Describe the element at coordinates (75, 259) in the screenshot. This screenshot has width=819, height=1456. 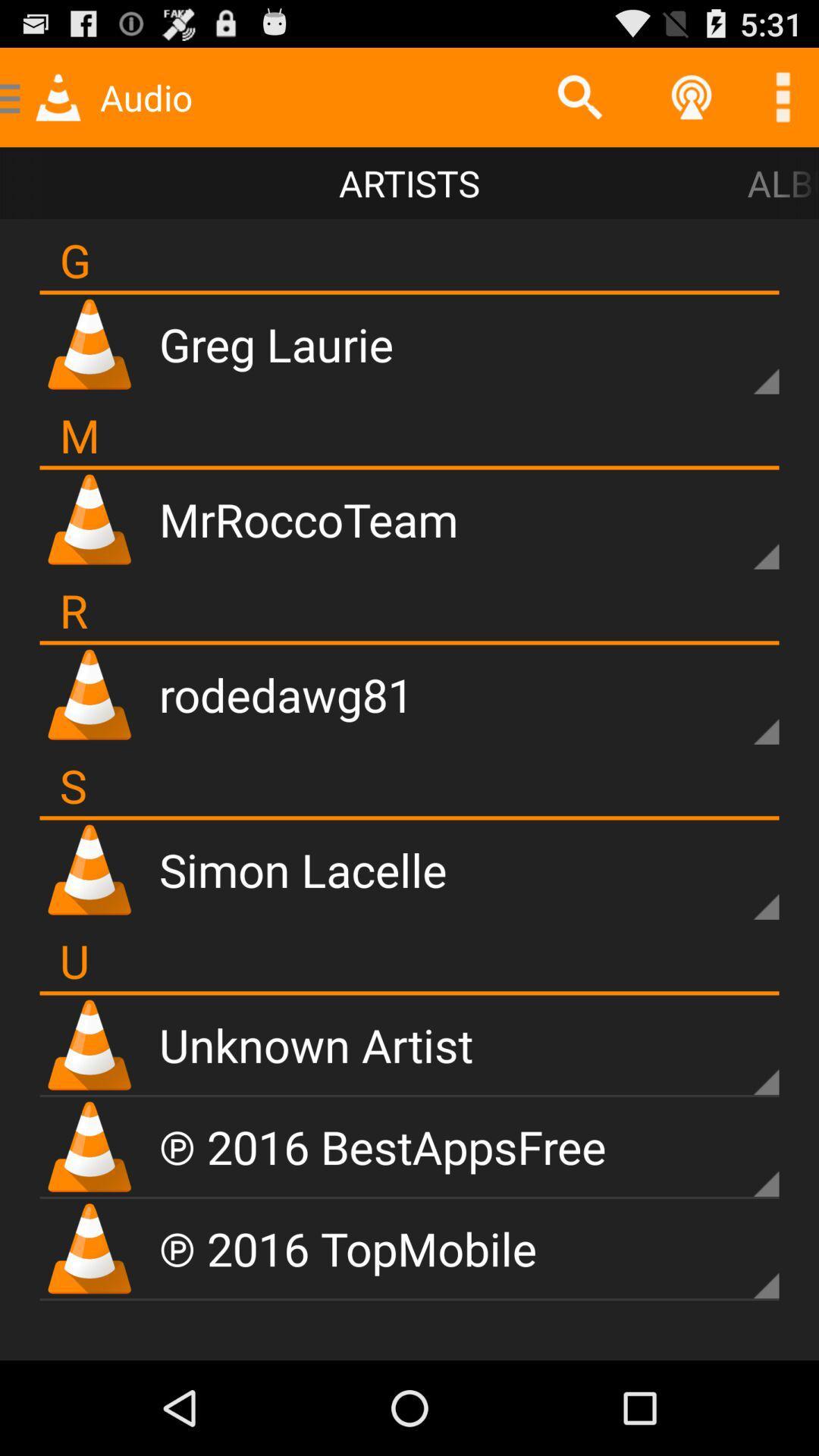
I see `the g icon` at that location.